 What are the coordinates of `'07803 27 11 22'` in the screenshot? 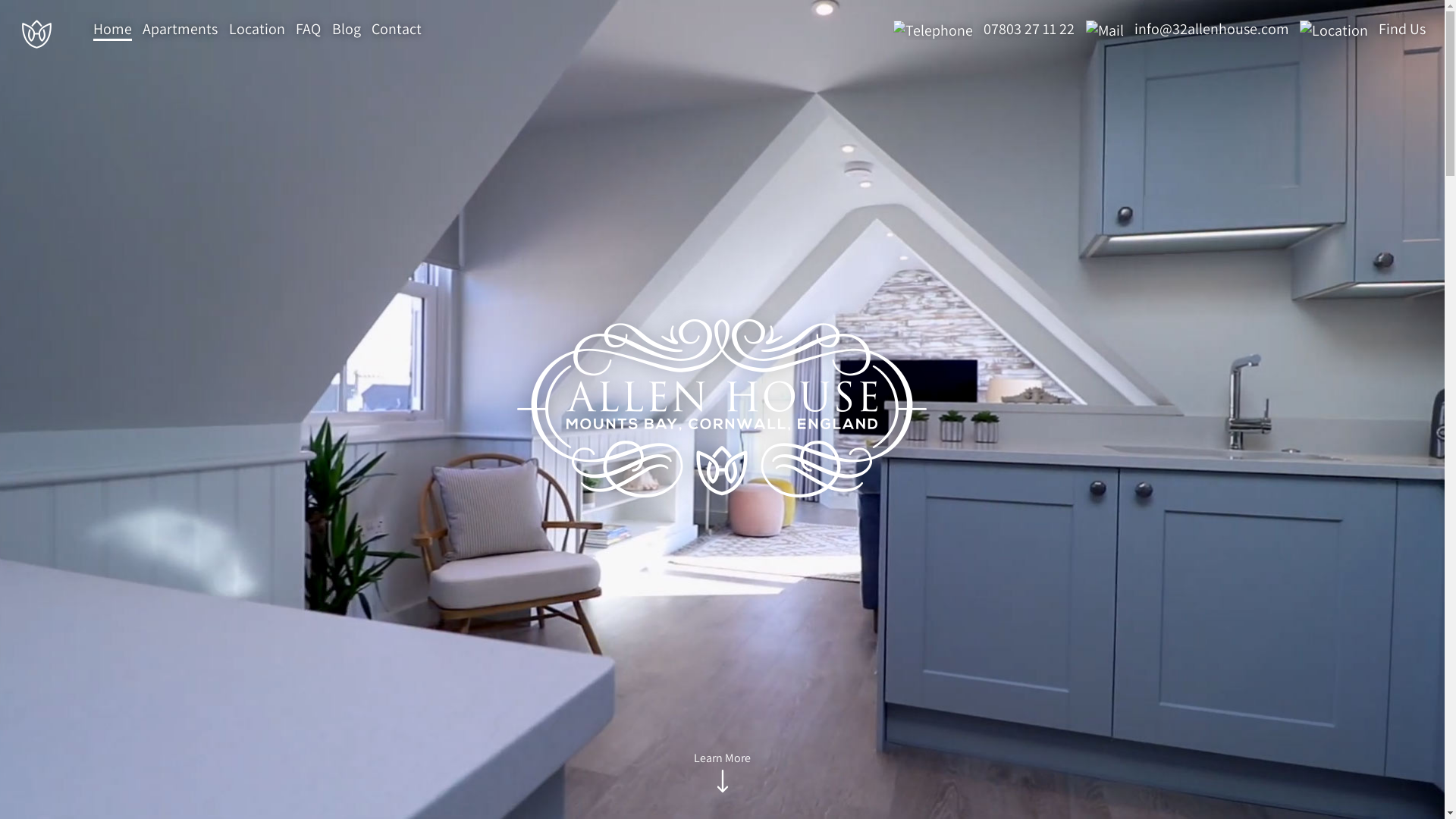 It's located at (980, 29).